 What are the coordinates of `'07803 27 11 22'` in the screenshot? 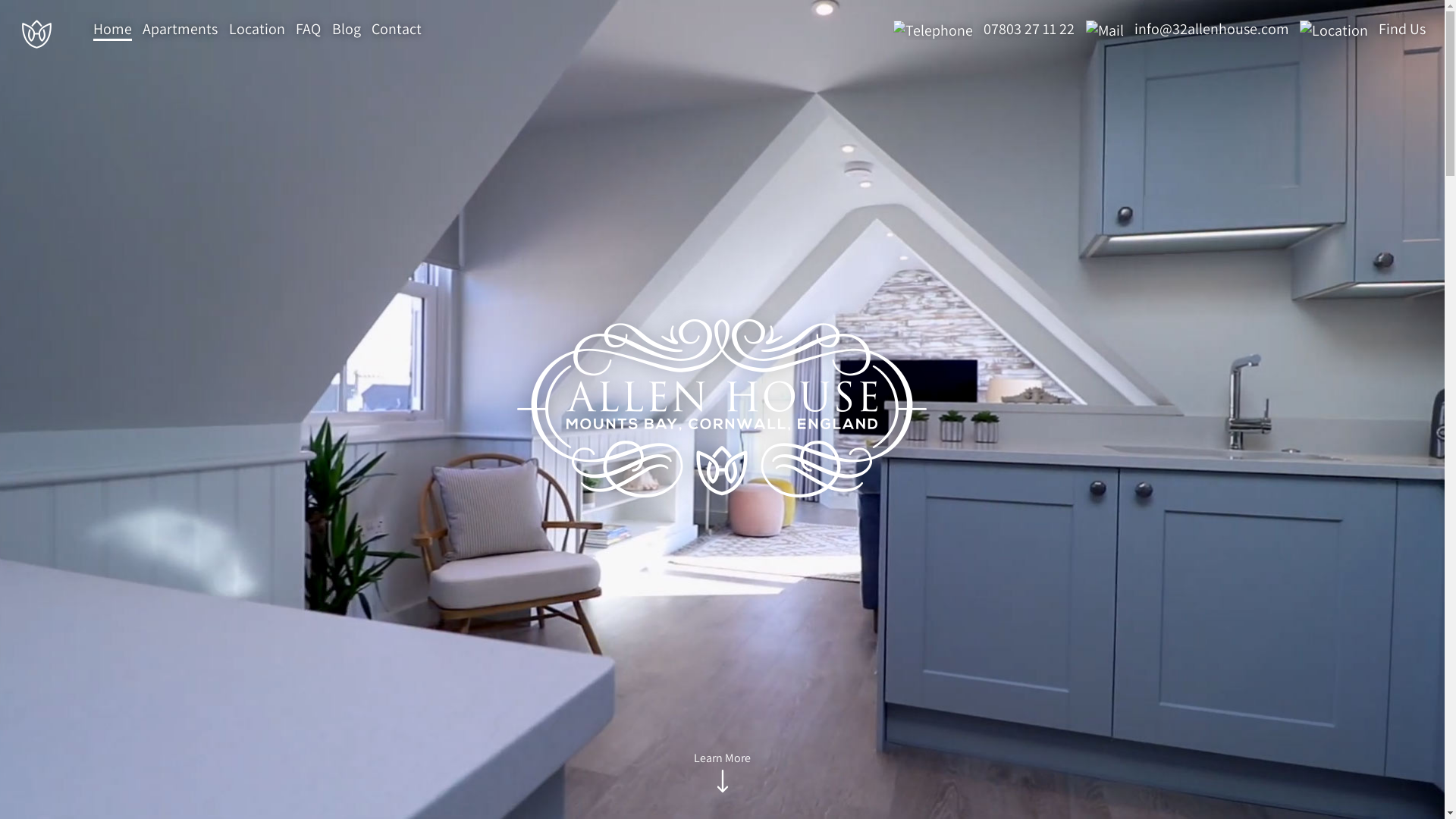 It's located at (980, 29).